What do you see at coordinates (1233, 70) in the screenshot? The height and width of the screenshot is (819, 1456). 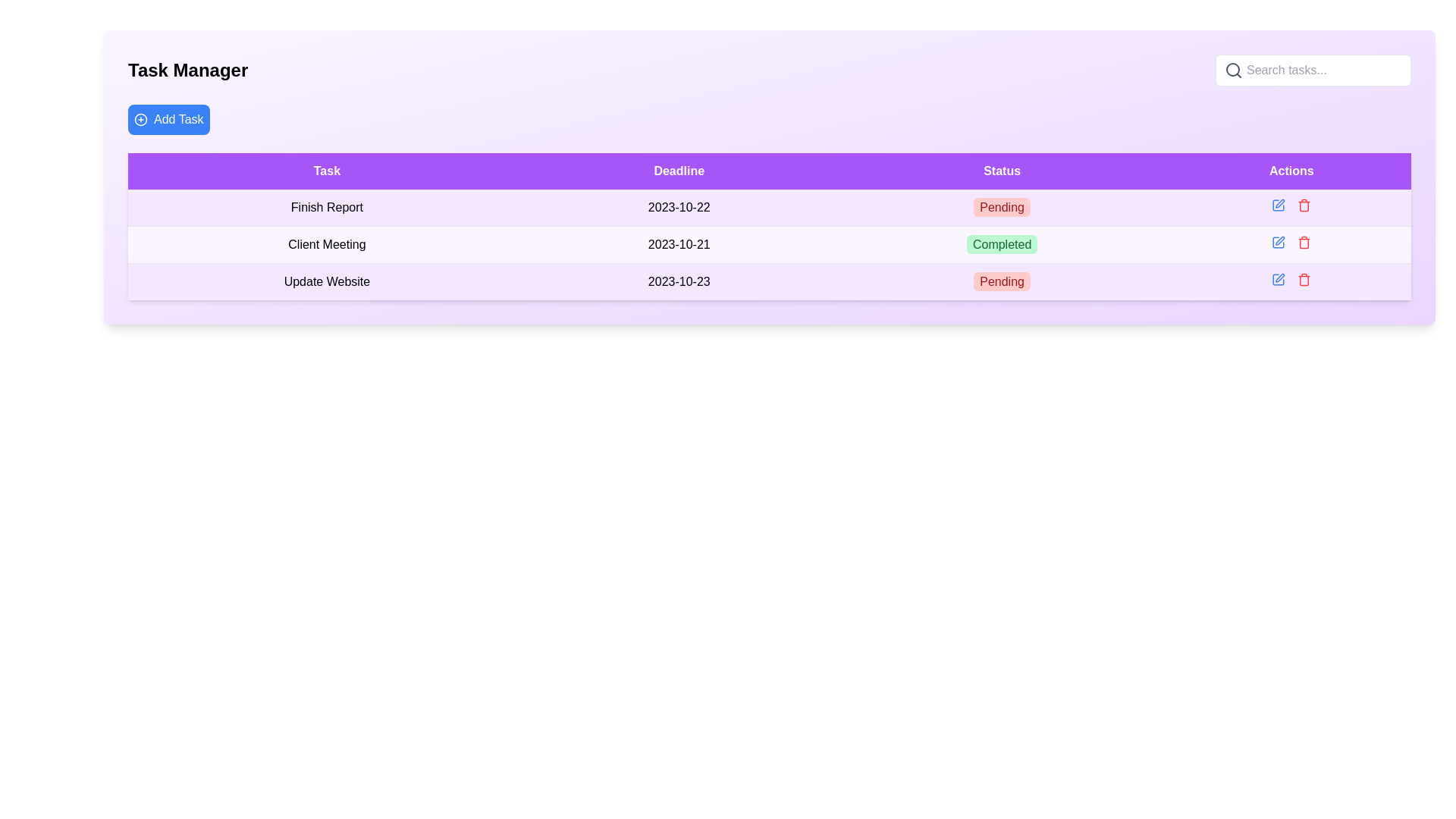 I see `the central circle element of the search icon located at the upper-right corner of the interface` at bounding box center [1233, 70].